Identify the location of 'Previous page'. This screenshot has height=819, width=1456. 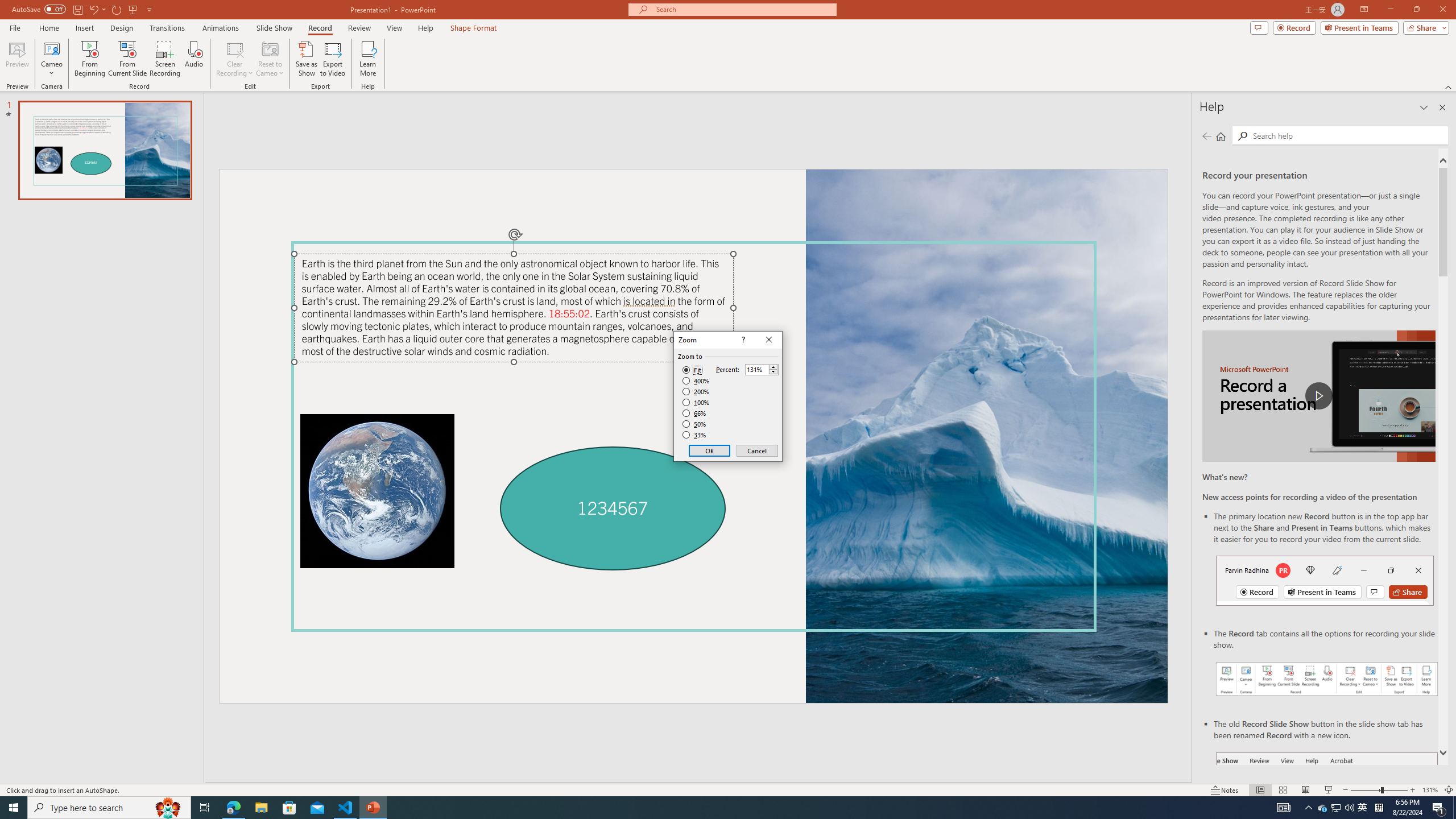
(1206, 135).